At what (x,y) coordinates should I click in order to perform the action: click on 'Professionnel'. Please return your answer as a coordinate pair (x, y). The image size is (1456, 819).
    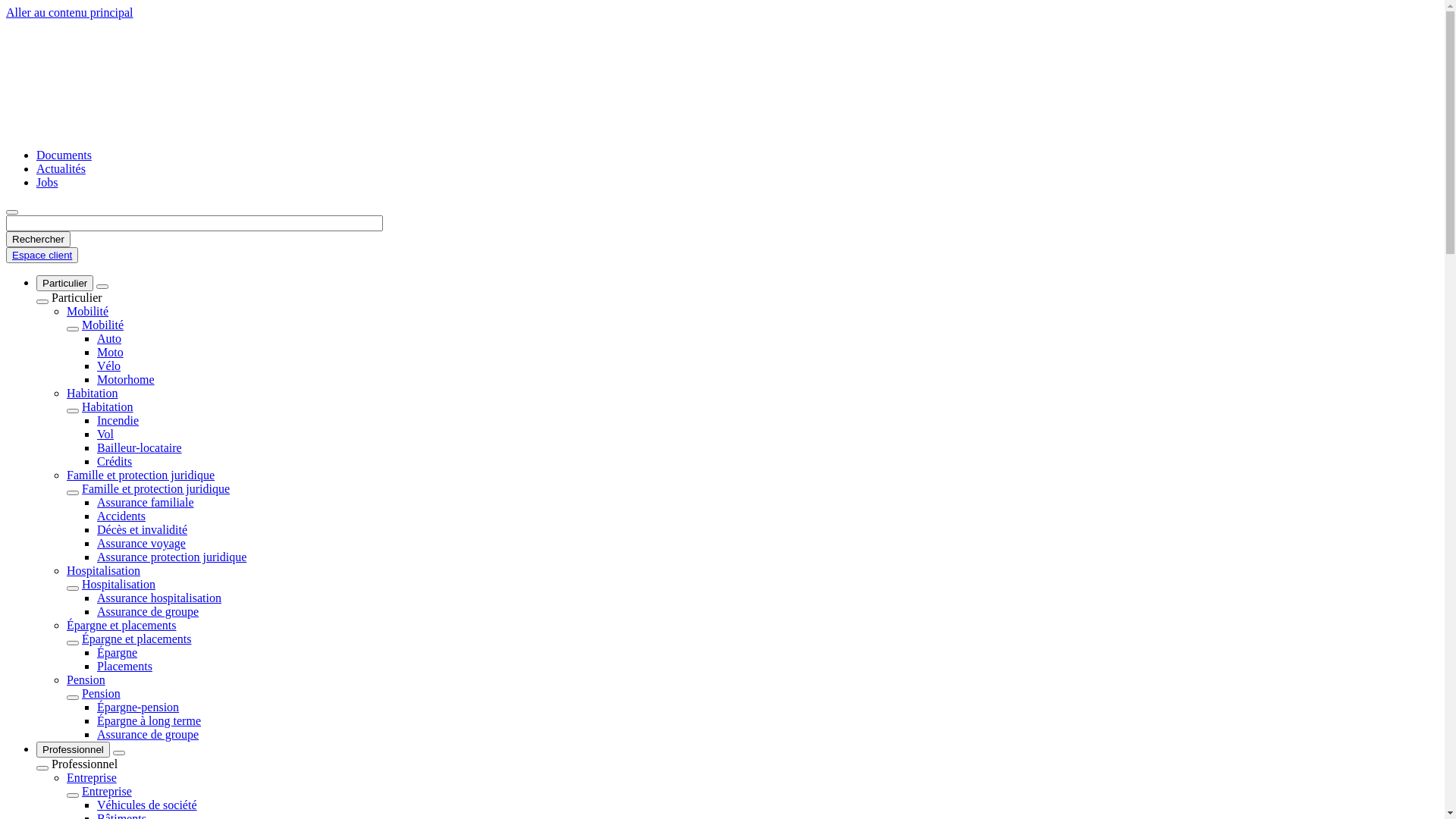
    Looking at the image, I should click on (72, 748).